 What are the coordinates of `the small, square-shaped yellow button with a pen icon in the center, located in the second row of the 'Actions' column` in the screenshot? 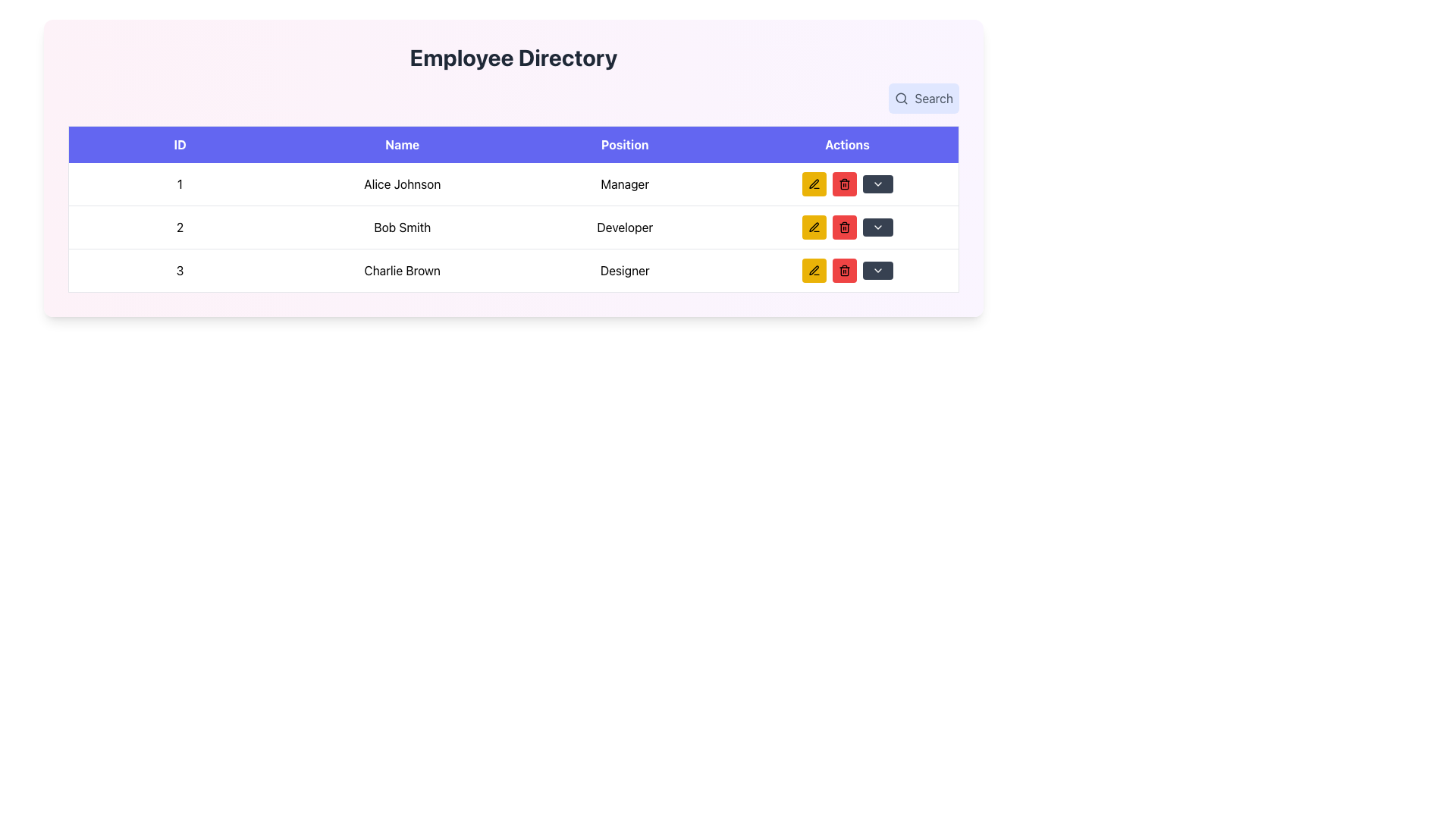 It's located at (813, 227).